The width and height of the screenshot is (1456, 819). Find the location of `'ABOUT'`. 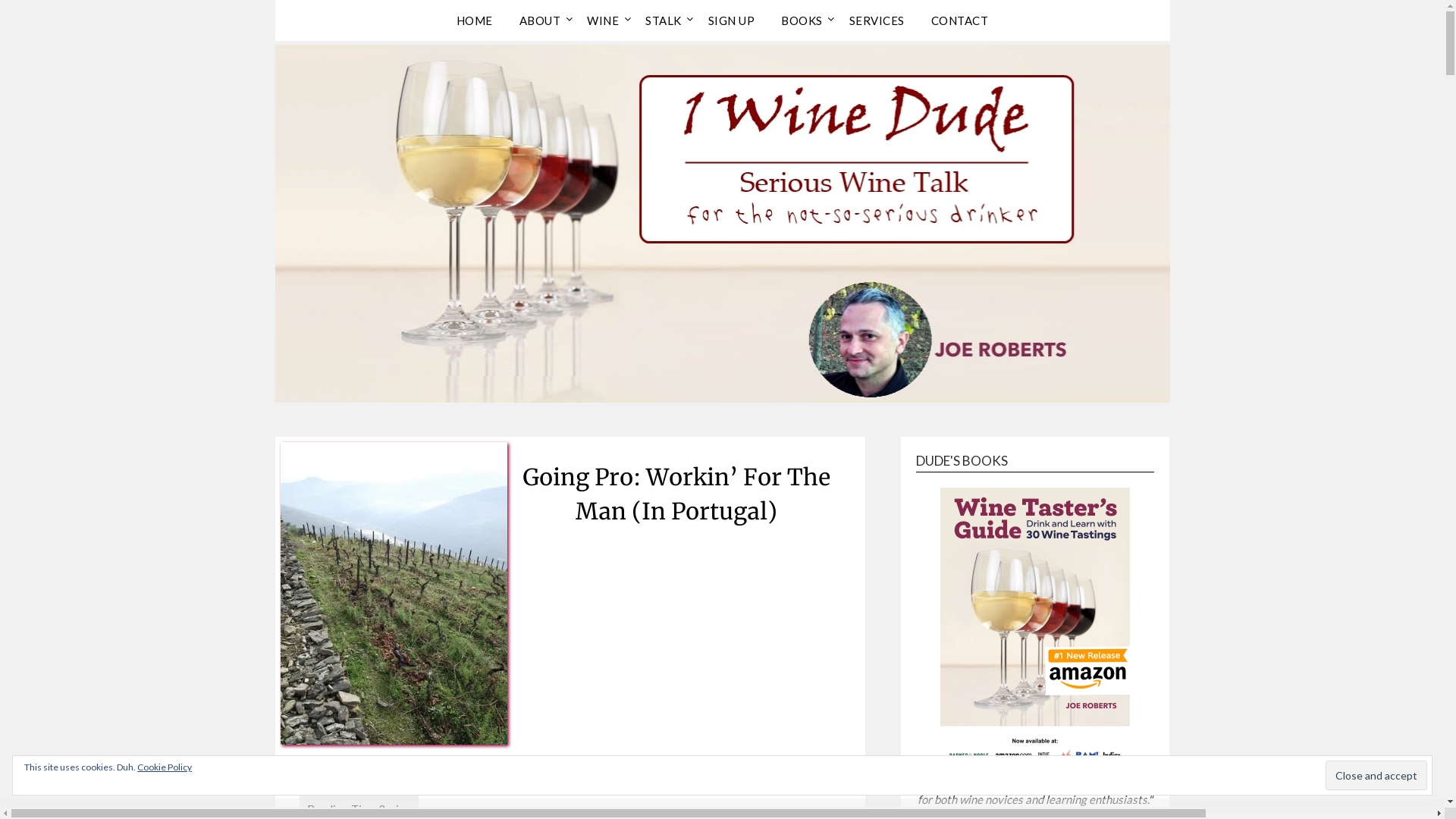

'ABOUT' is located at coordinates (507, 20).